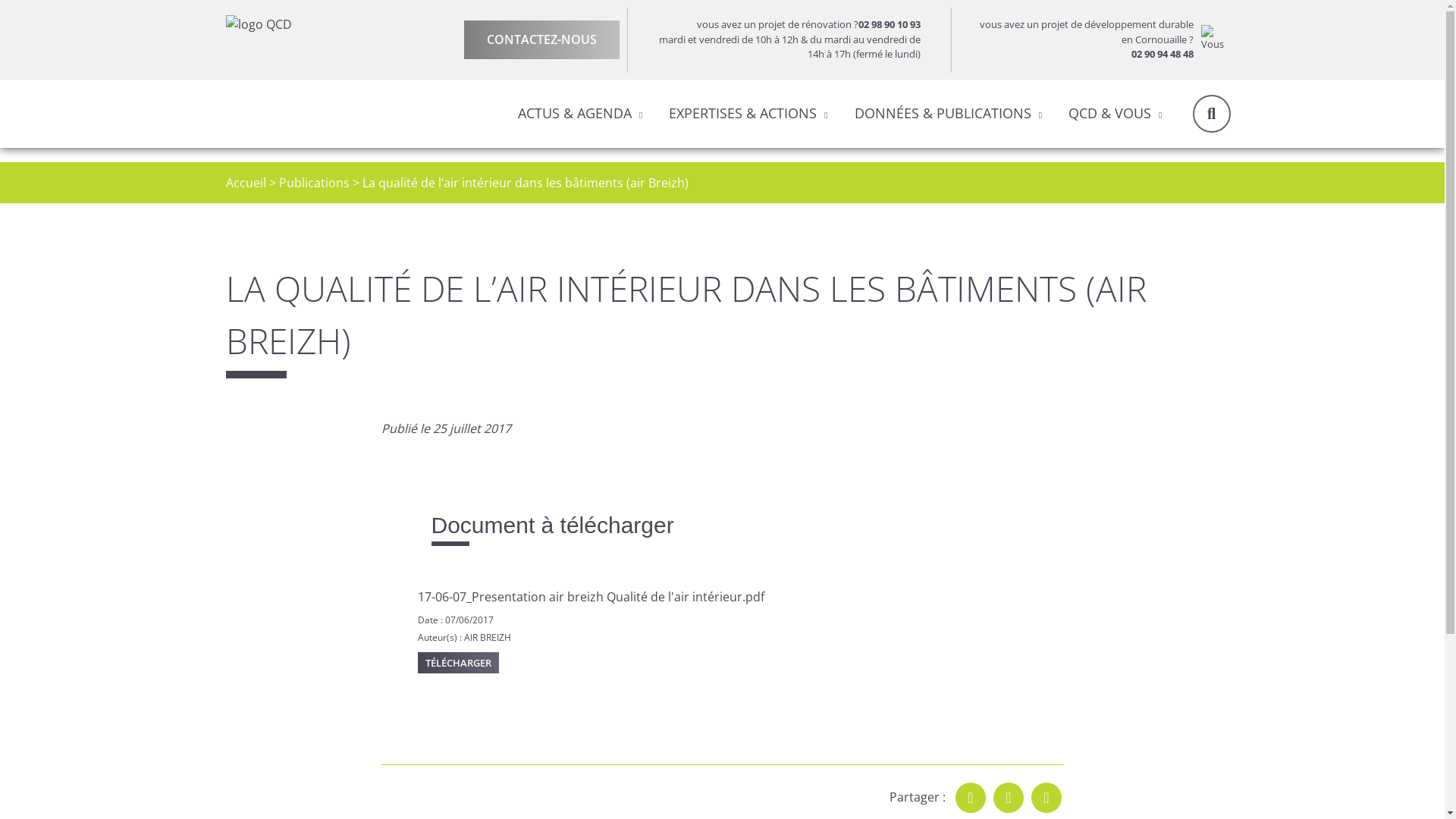 The height and width of the screenshot is (819, 1456). I want to click on 'EQUIPE', so click(519, 161).